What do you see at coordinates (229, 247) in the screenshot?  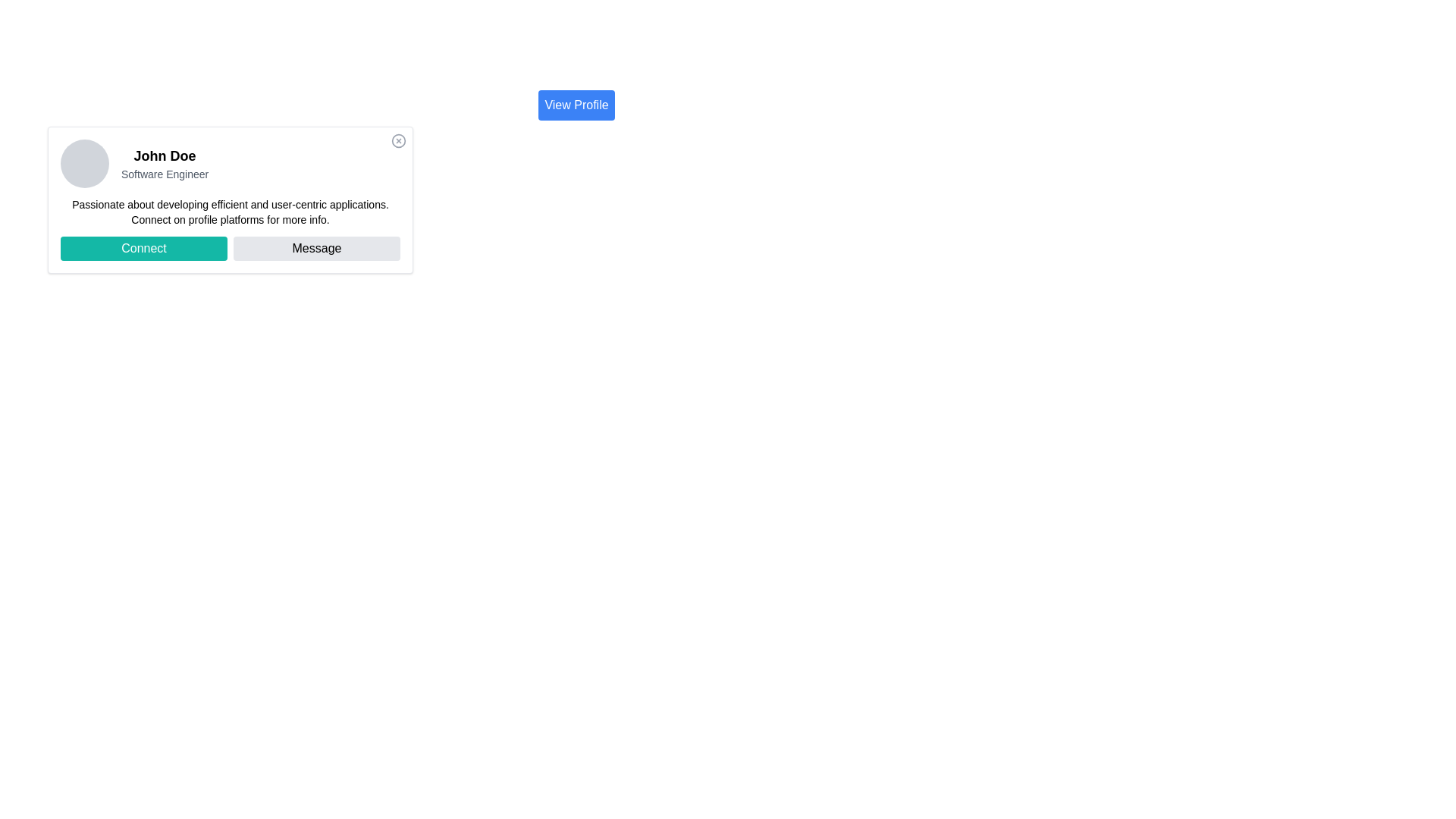 I see `the 'Connect' button located in the grouped button element below the user information card for 'John Doe', a Software Engineer` at bounding box center [229, 247].